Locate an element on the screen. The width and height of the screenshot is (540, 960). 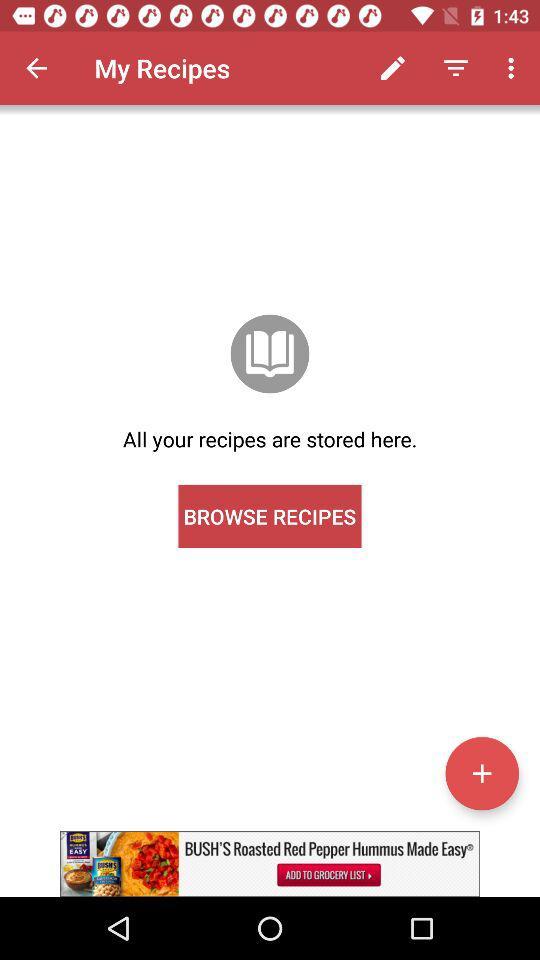
address is located at coordinates (481, 772).